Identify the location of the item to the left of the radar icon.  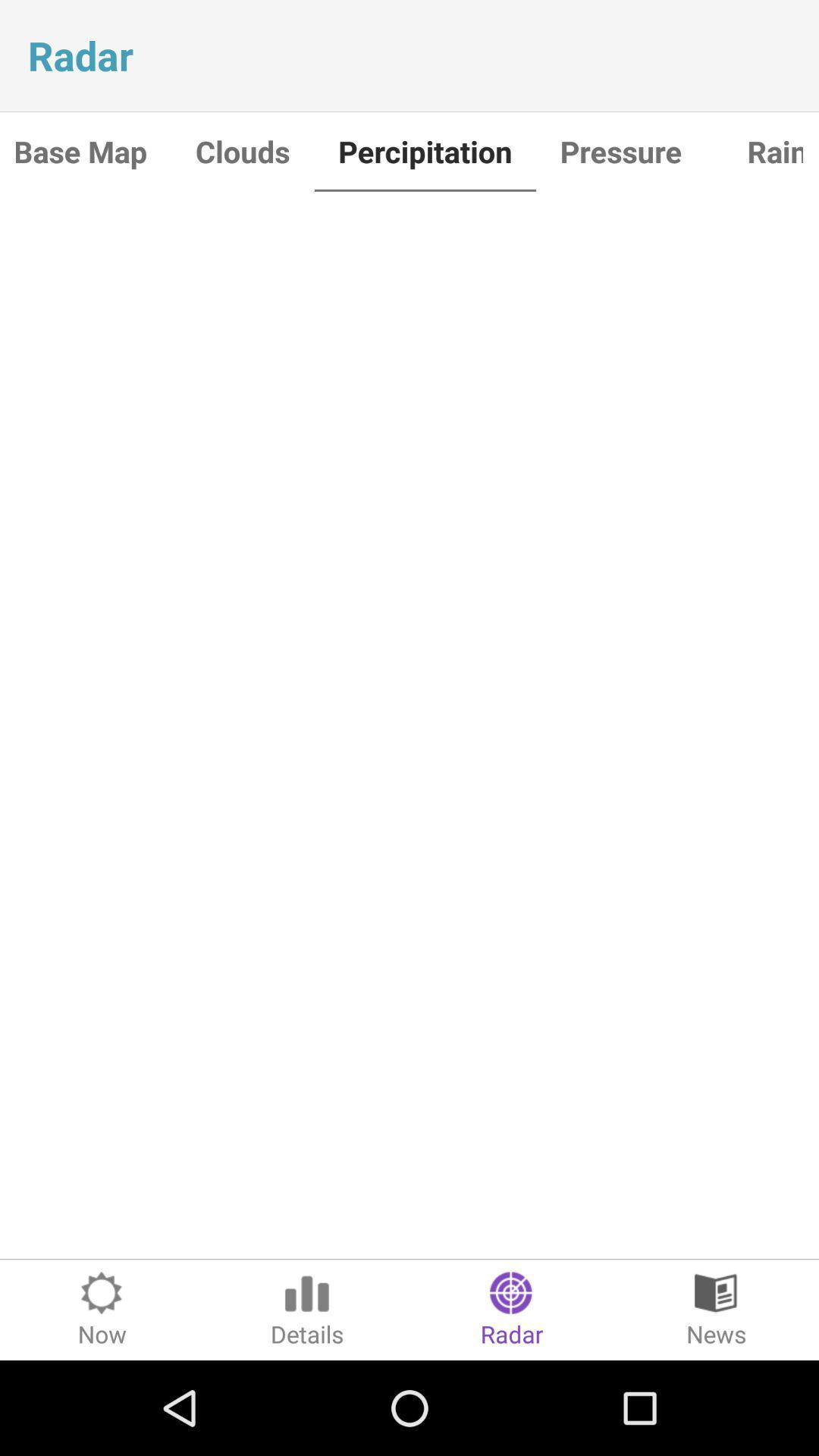
(307, 1309).